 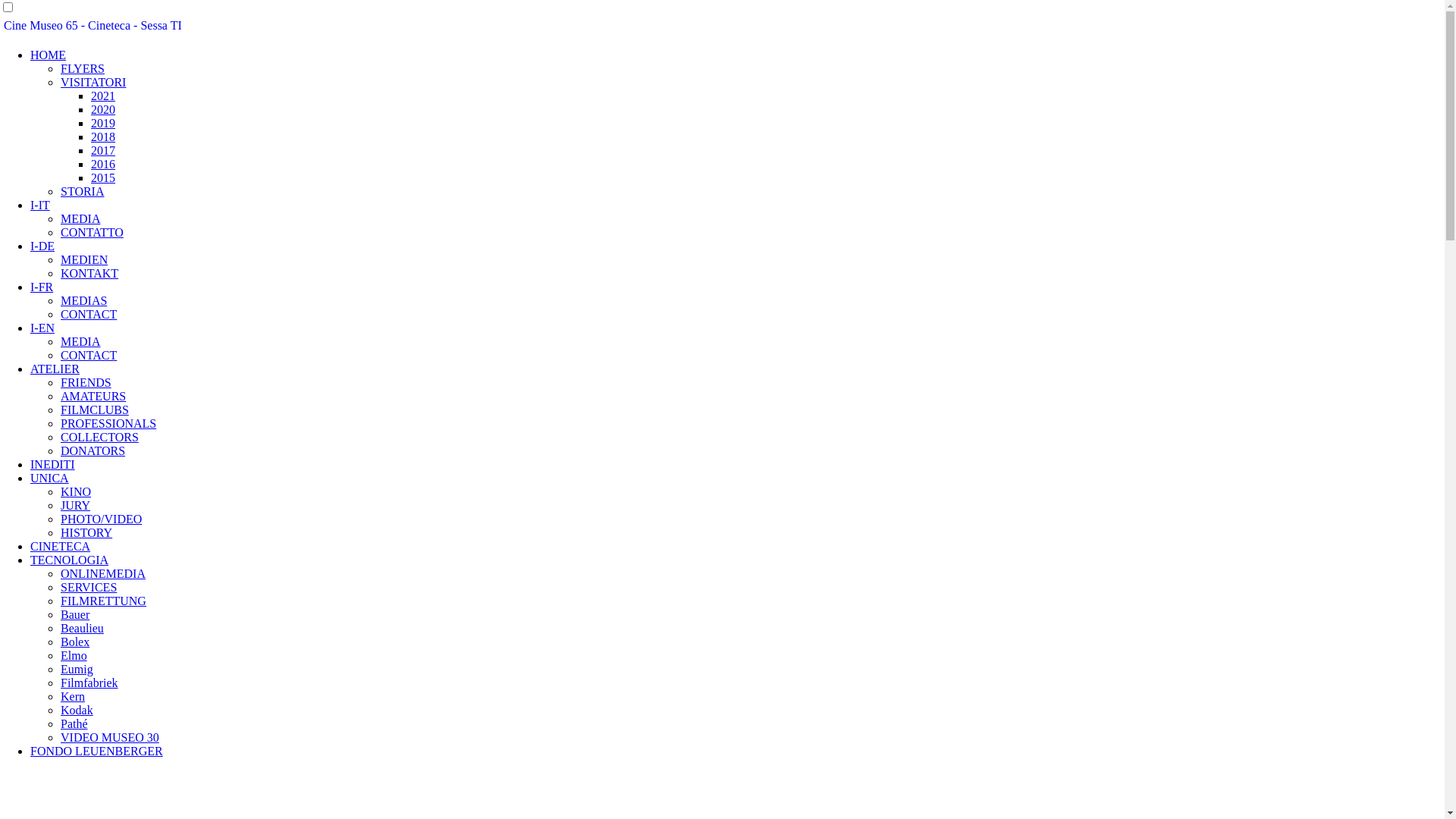 I want to click on 'PROFESSIONALS', so click(x=108, y=423).